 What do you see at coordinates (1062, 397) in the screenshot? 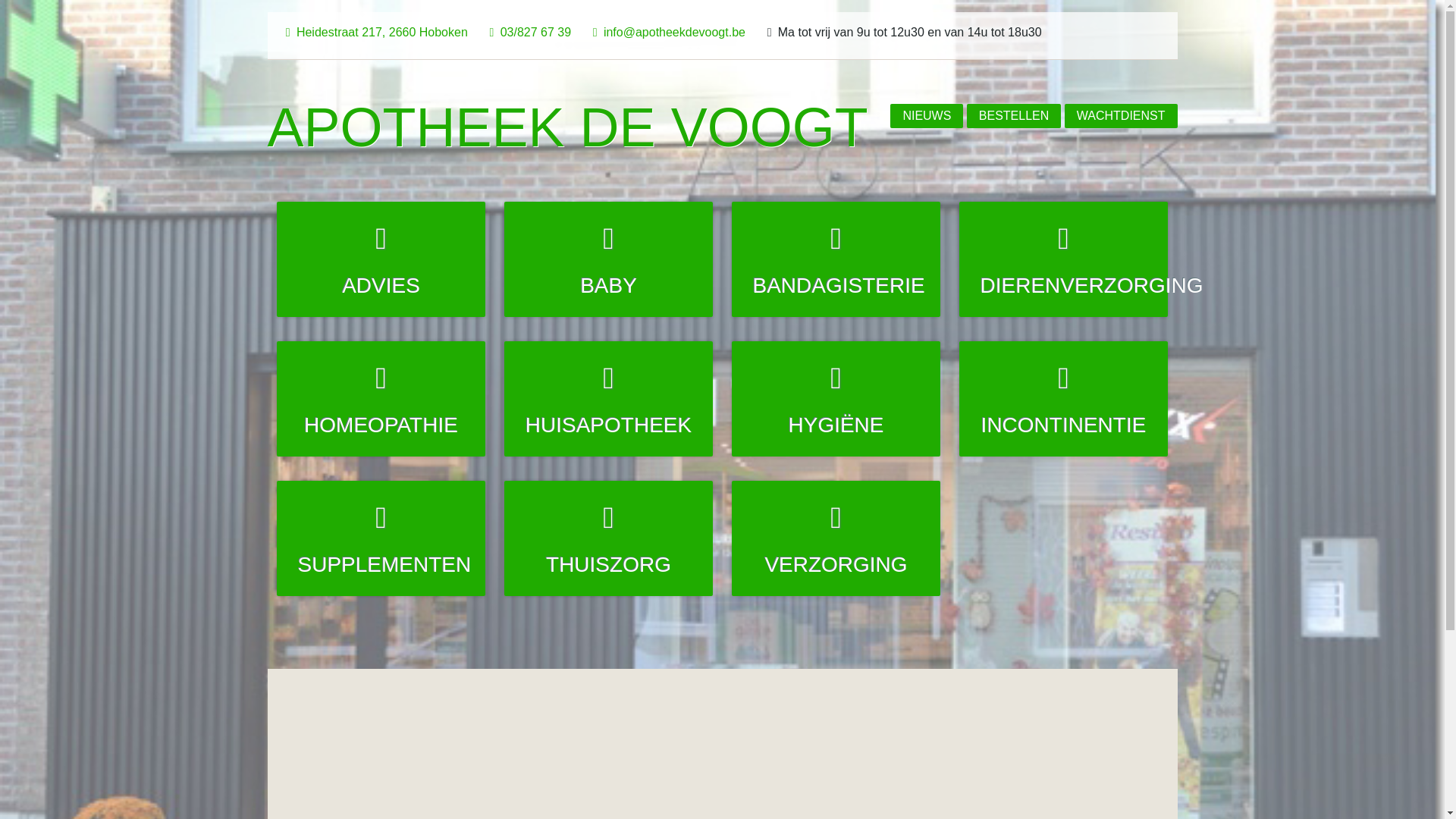
I see `'INCONTINENTIE'` at bounding box center [1062, 397].